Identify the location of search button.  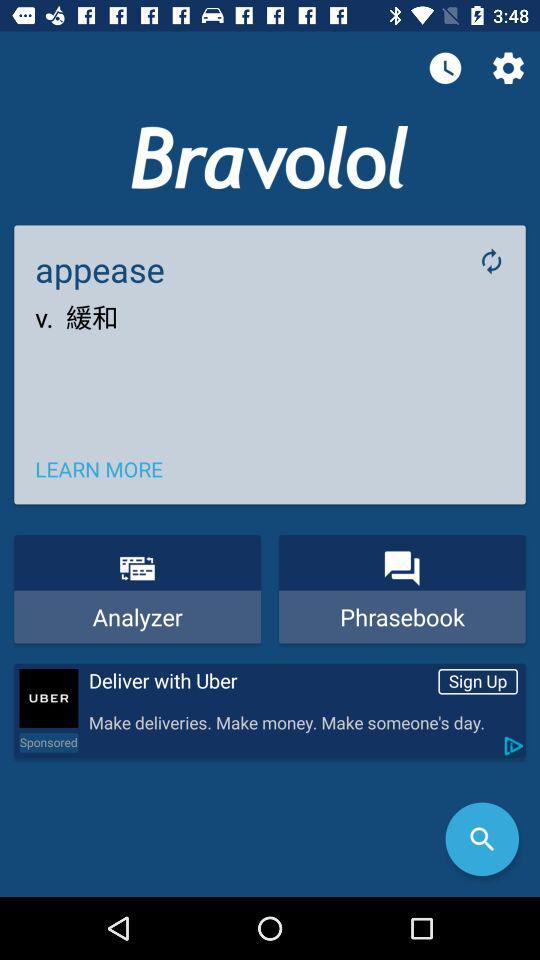
(481, 839).